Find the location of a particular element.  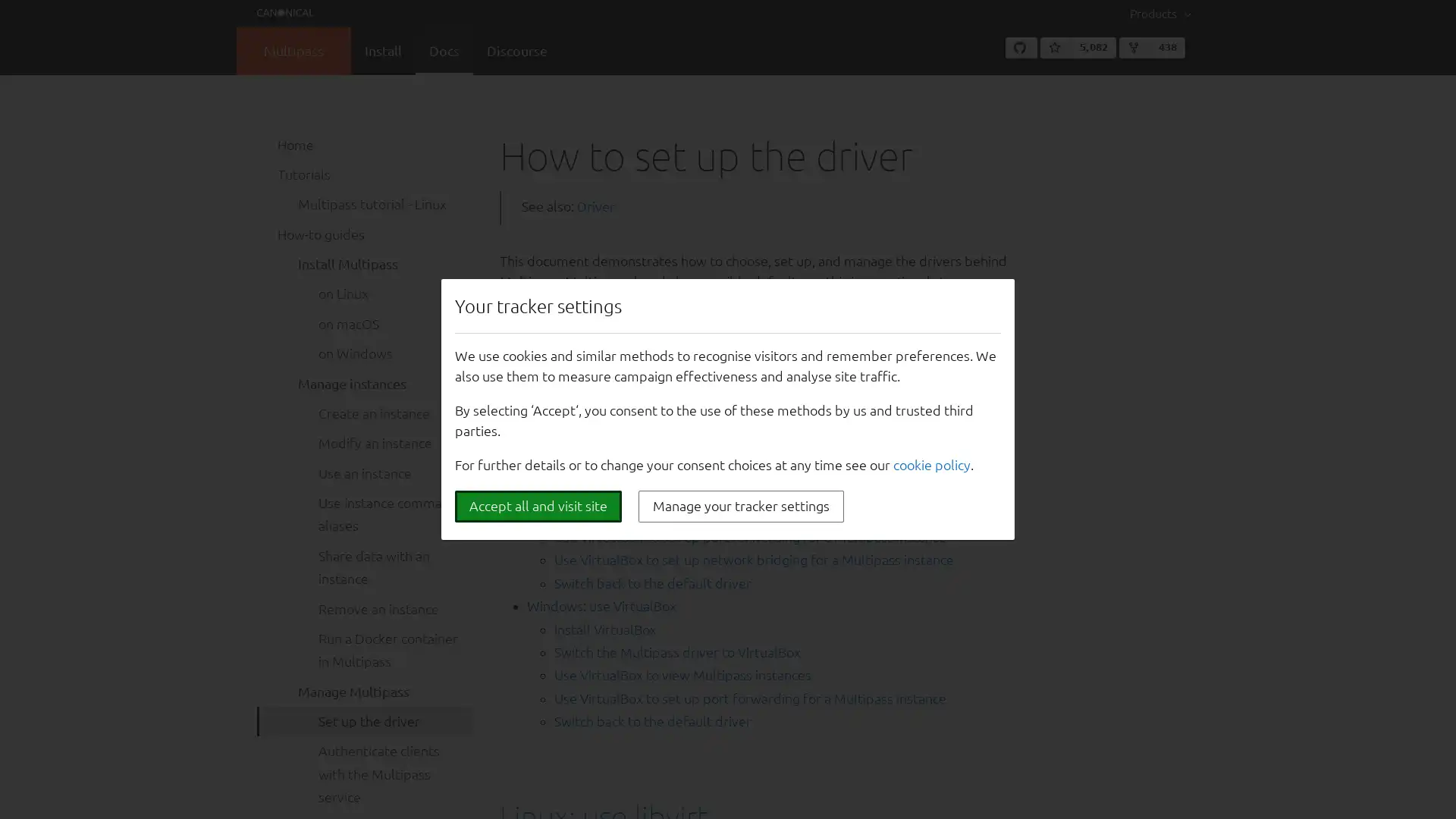

Manage your tracker settings is located at coordinates (741, 506).